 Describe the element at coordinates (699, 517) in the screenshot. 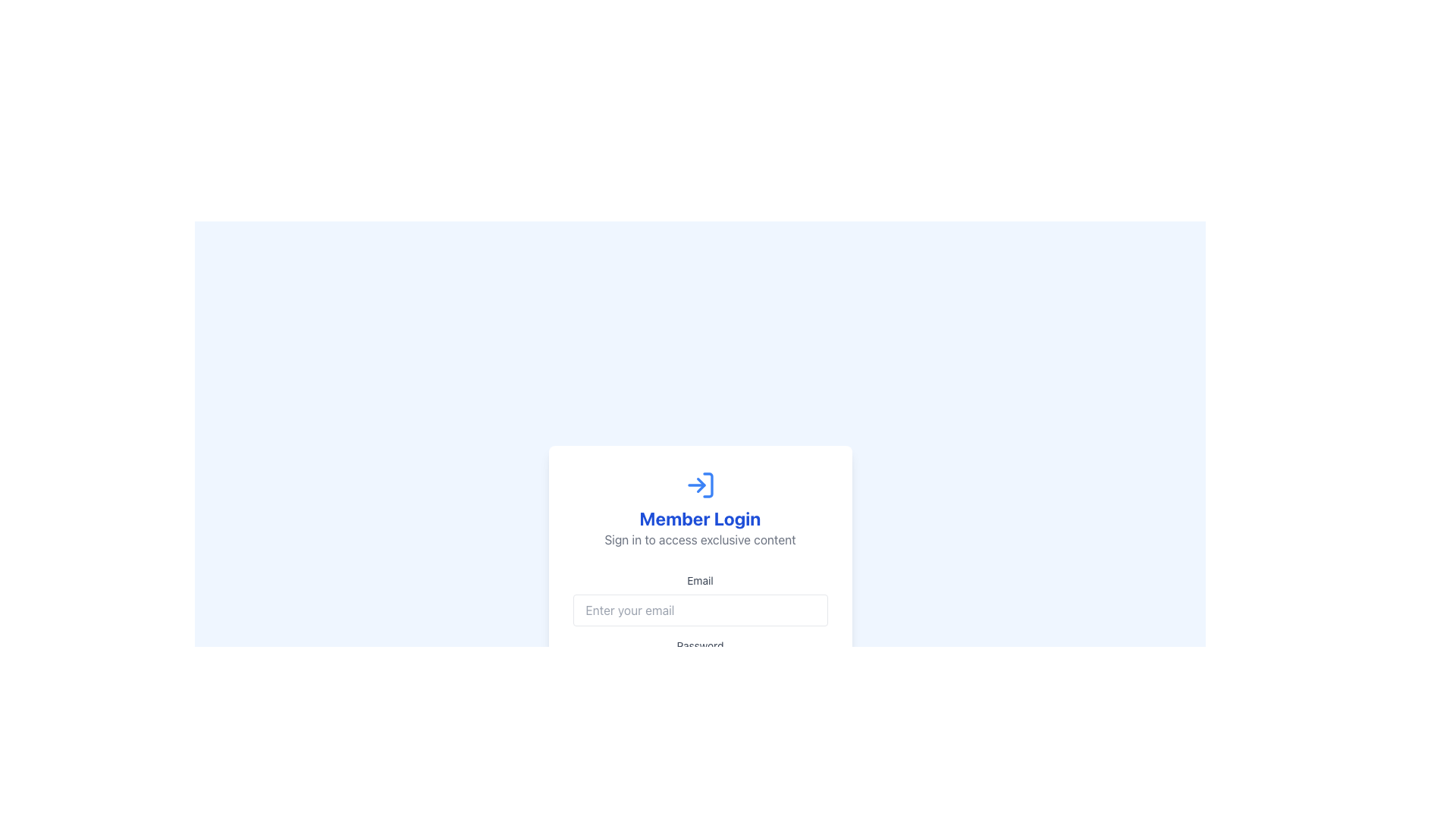

I see `the bold 'Member Login' text label located at the center of the login form interface, which is styled in blue and positioned below a login icon` at that location.